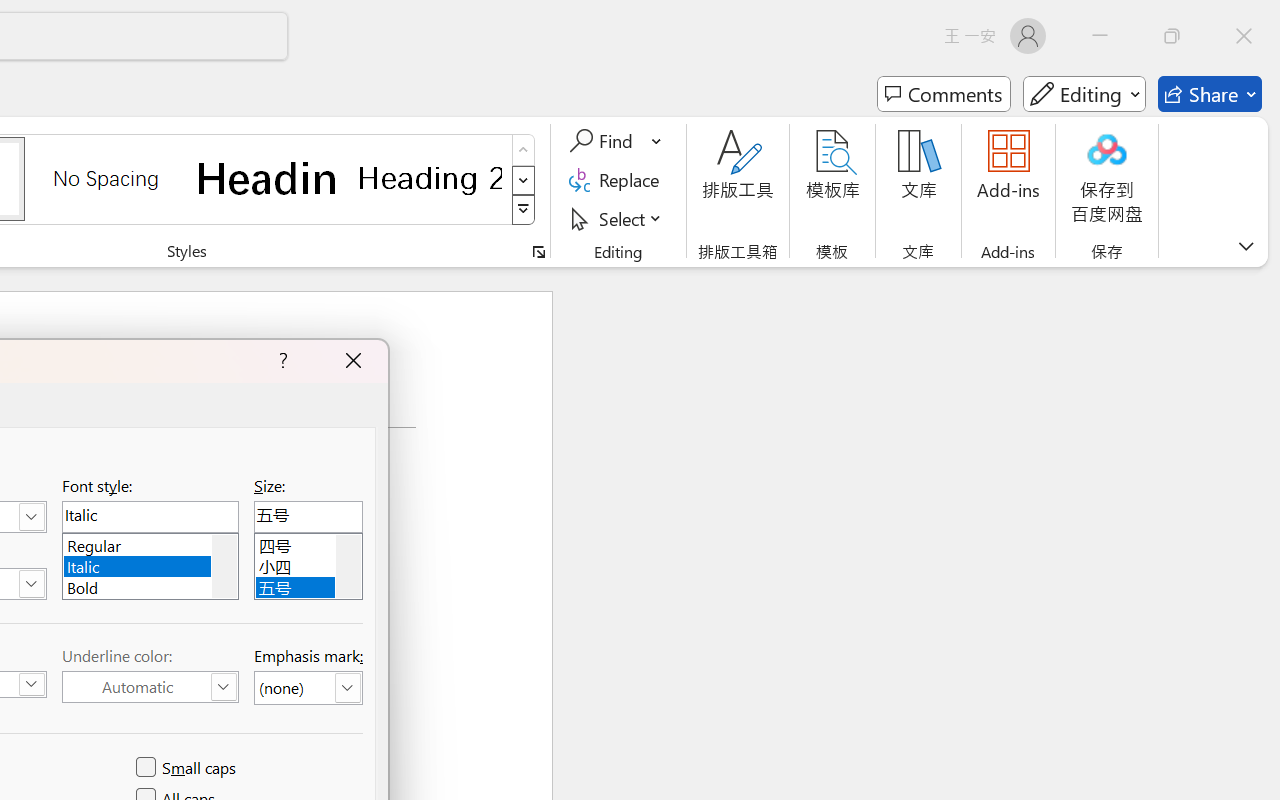 The width and height of the screenshot is (1280, 800). Describe the element at coordinates (188, 767) in the screenshot. I see `'Small caps'` at that location.